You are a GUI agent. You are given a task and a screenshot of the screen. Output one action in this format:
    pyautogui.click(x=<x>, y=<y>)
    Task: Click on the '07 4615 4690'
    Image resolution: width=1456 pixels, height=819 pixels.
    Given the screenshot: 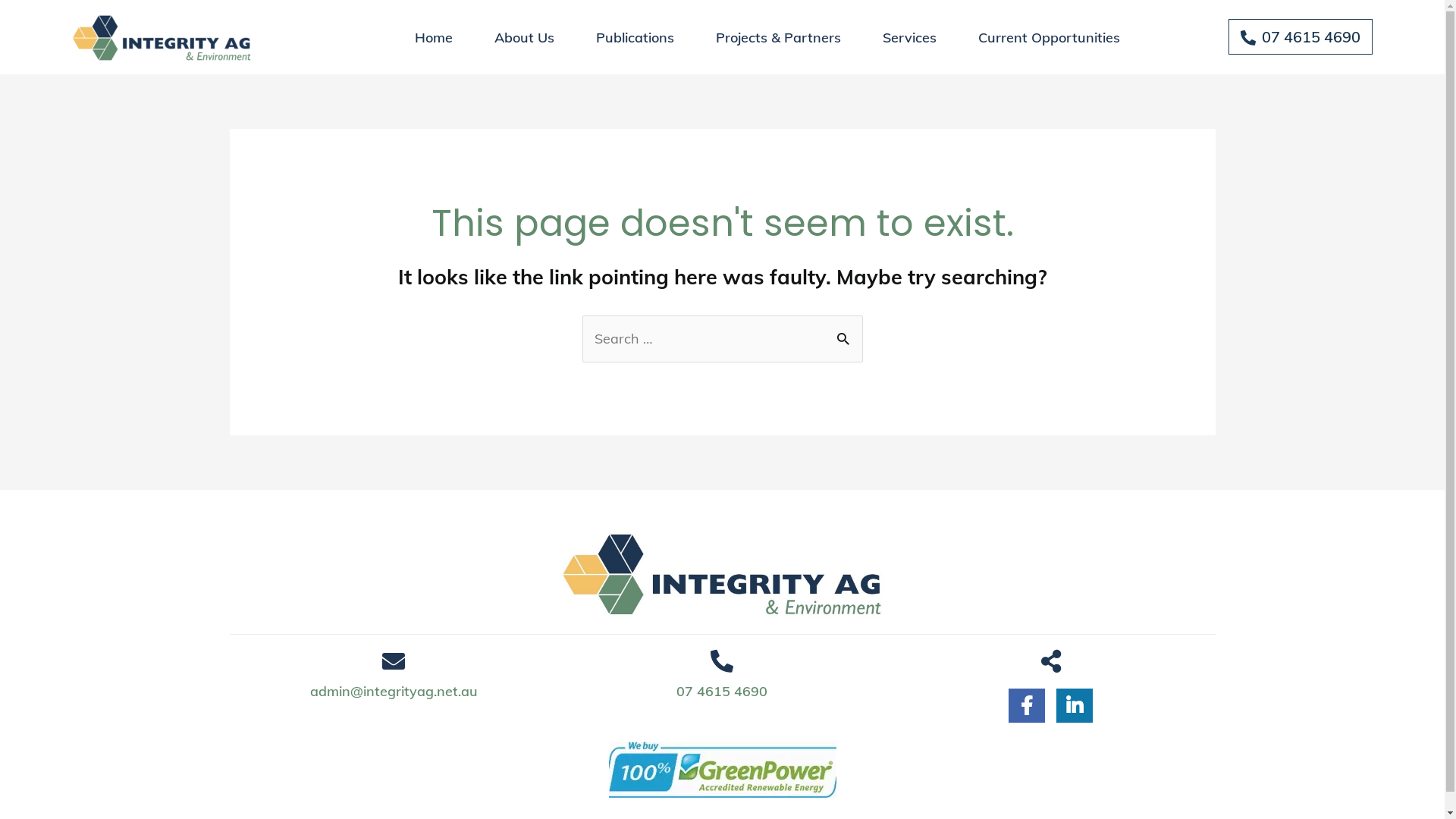 What is the action you would take?
    pyautogui.click(x=720, y=692)
    